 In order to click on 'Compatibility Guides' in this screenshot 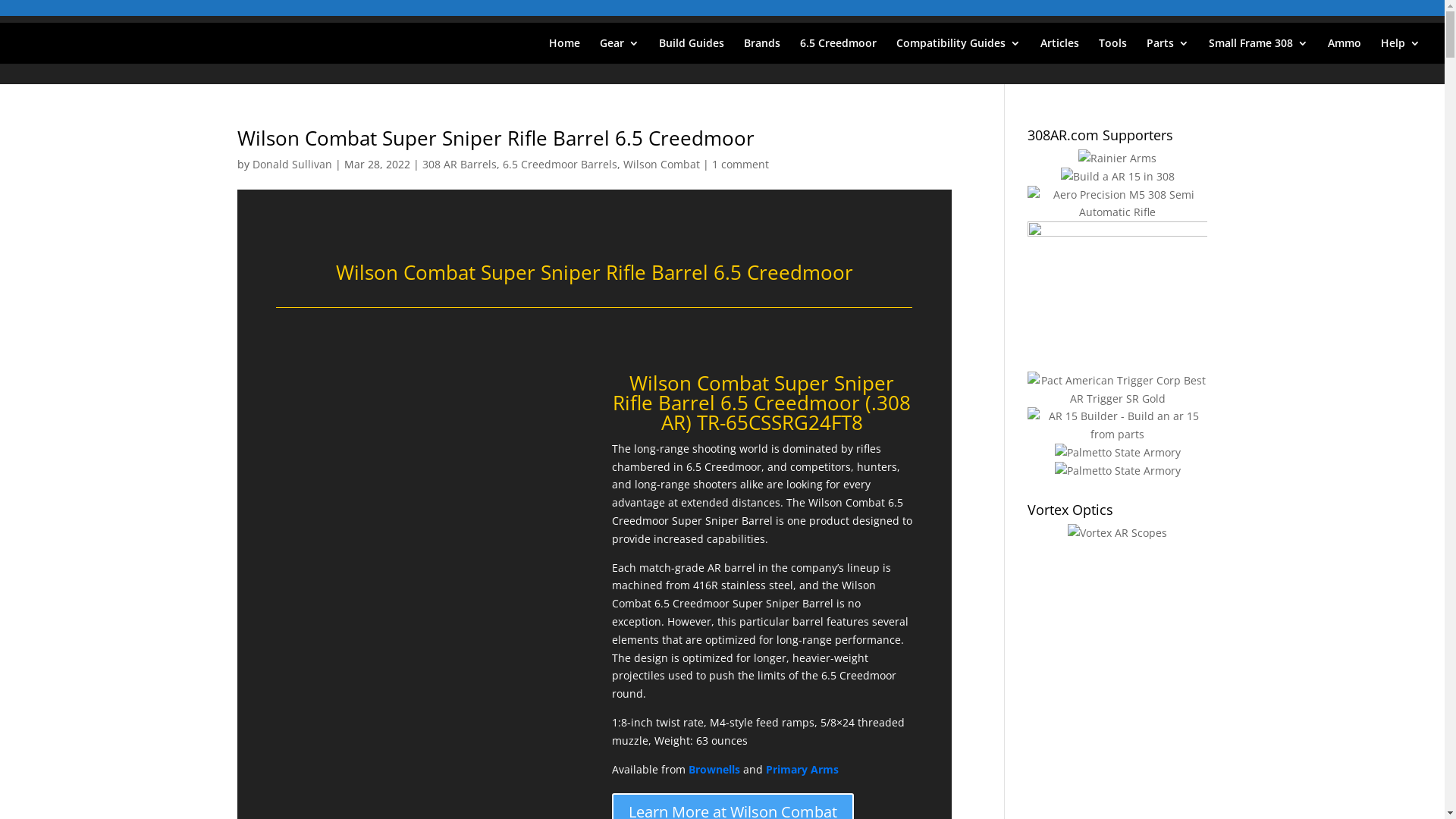, I will do `click(957, 49)`.